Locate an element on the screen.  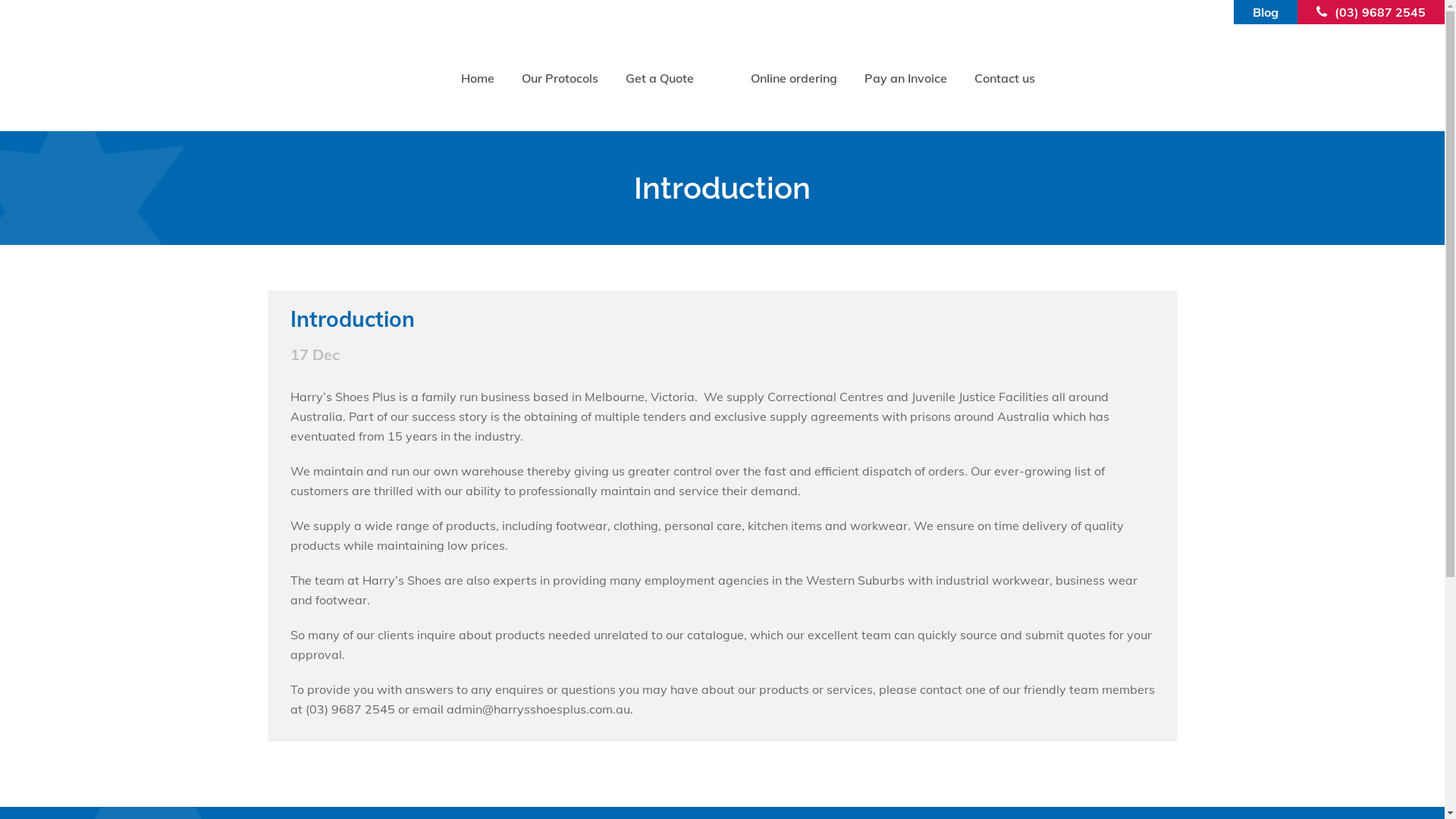
'(03) 9687 2545' is located at coordinates (1335, 11).